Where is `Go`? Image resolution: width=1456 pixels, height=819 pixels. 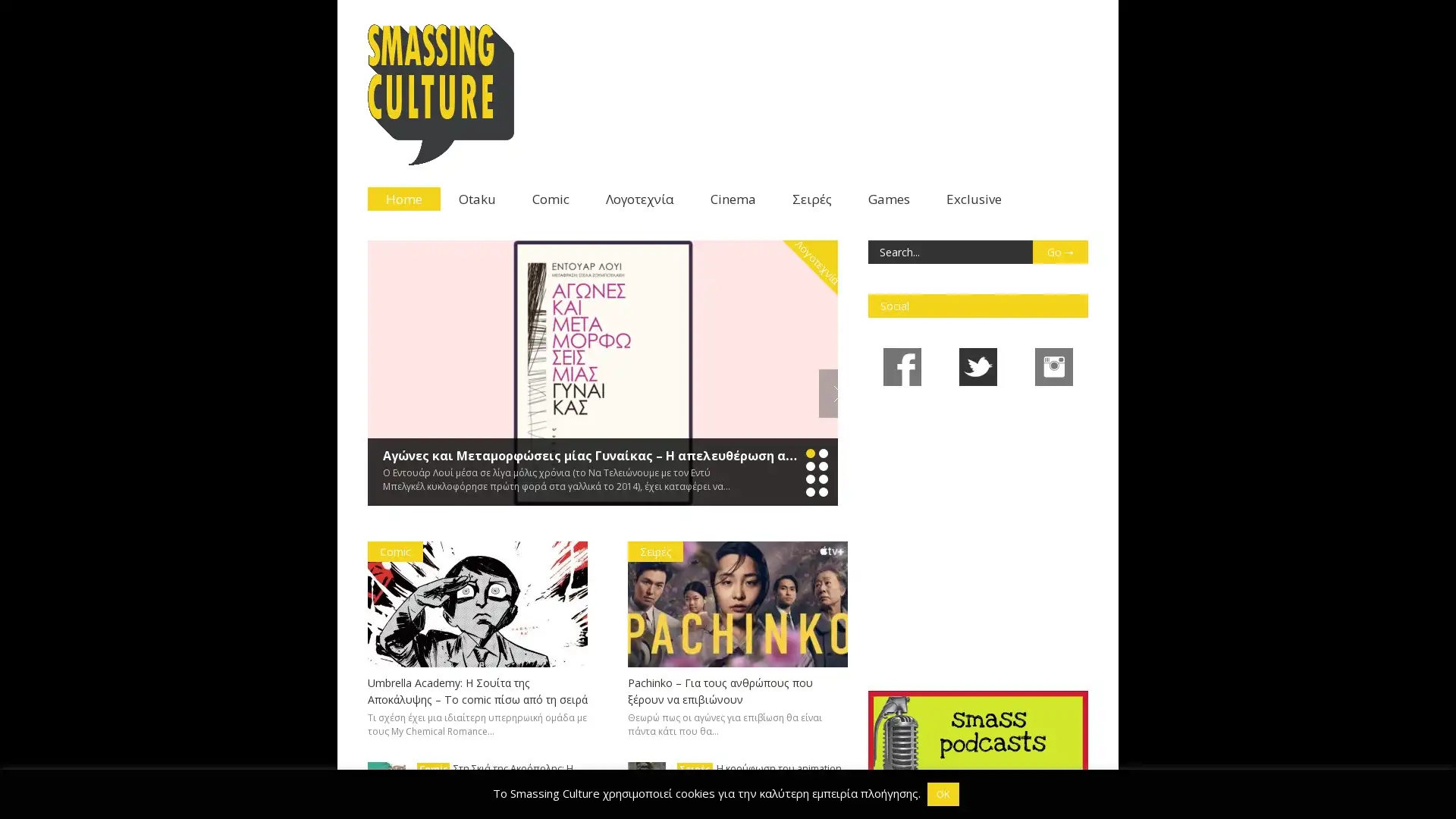 Go is located at coordinates (1059, 251).